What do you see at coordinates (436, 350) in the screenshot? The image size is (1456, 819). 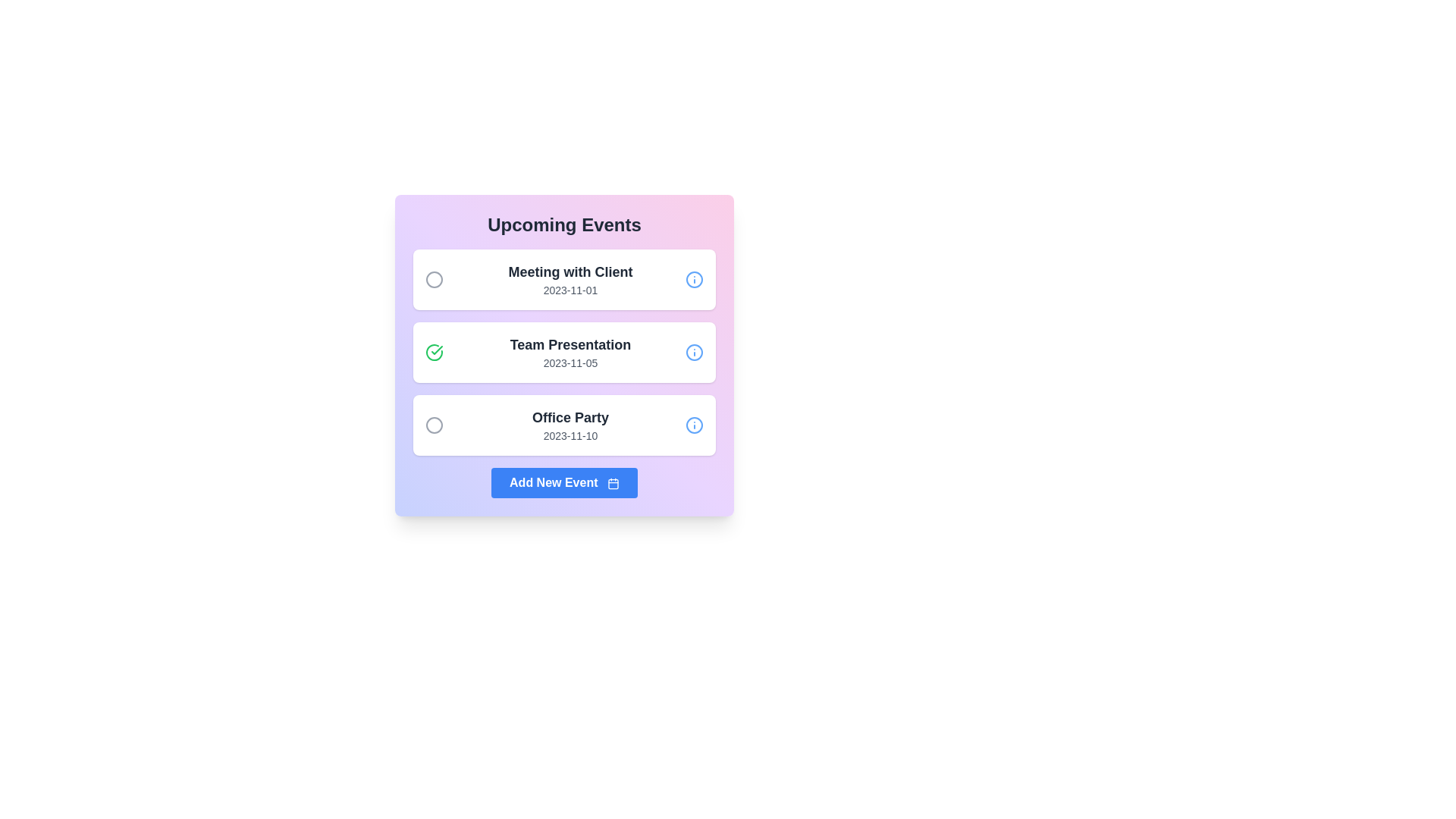 I see `the green checkmark icon, which is part of the circular component located in the top-right corner of the 'Team Presentation' list item in the 'Upcoming Events' panel` at bounding box center [436, 350].